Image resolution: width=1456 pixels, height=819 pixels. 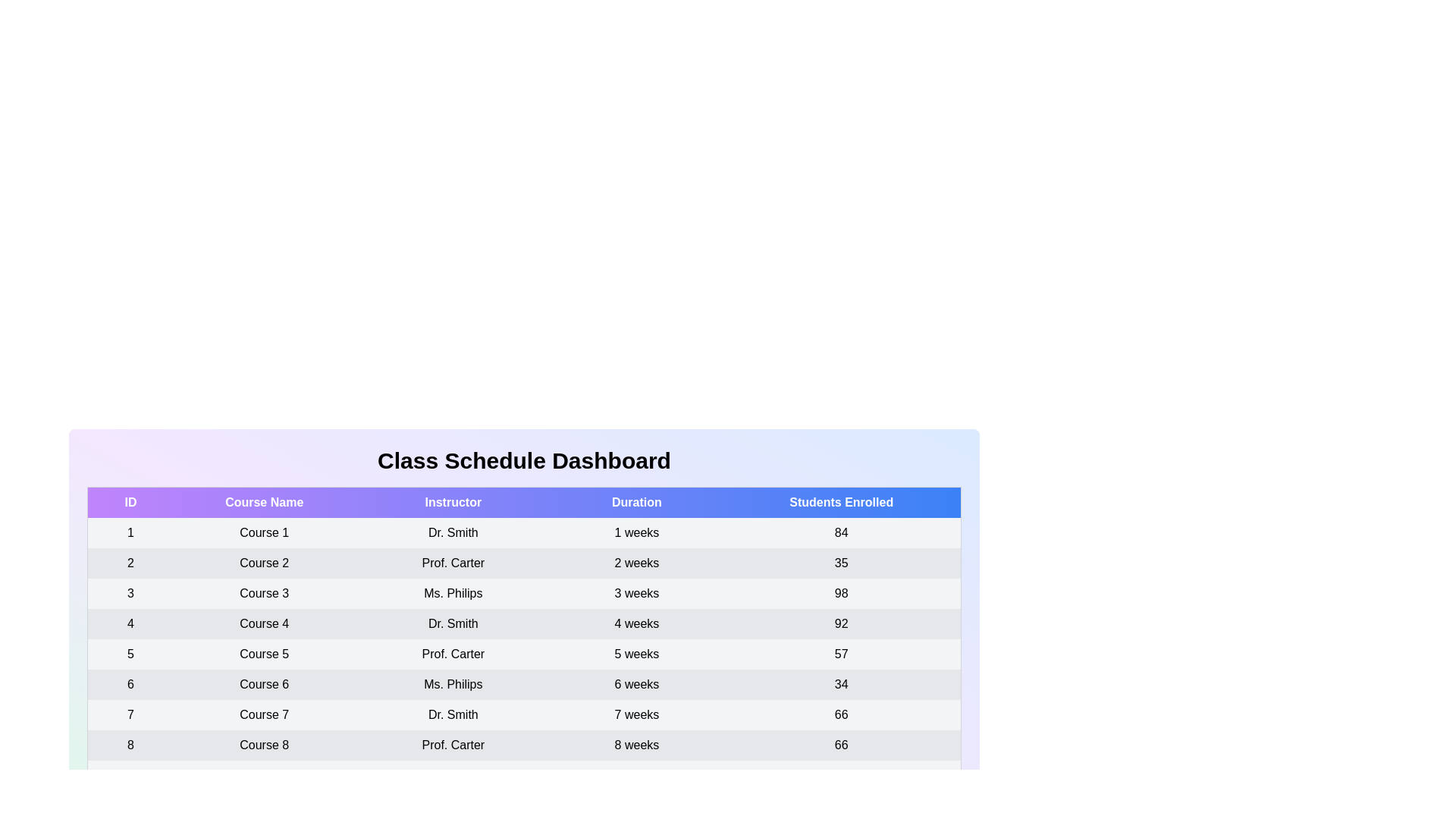 What do you see at coordinates (130, 502) in the screenshot?
I see `the table header ID to sort the table by that column` at bounding box center [130, 502].